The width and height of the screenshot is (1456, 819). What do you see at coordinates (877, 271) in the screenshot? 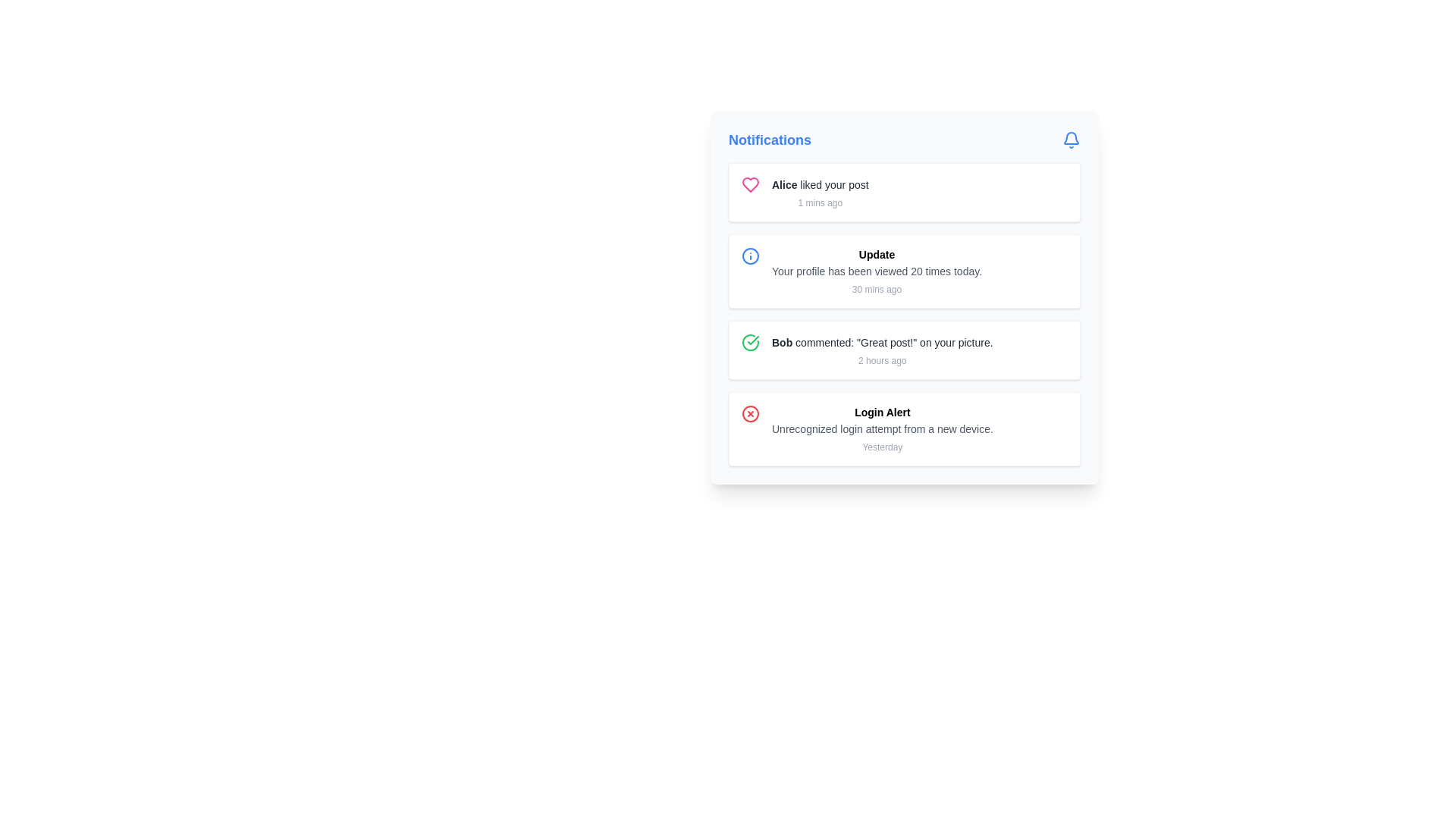
I see `the notification item which has the header 'Update', main content 'Your profile has been viewed 20 times today', and timestamp '30 mins ago'. It is the second notification in the list` at bounding box center [877, 271].